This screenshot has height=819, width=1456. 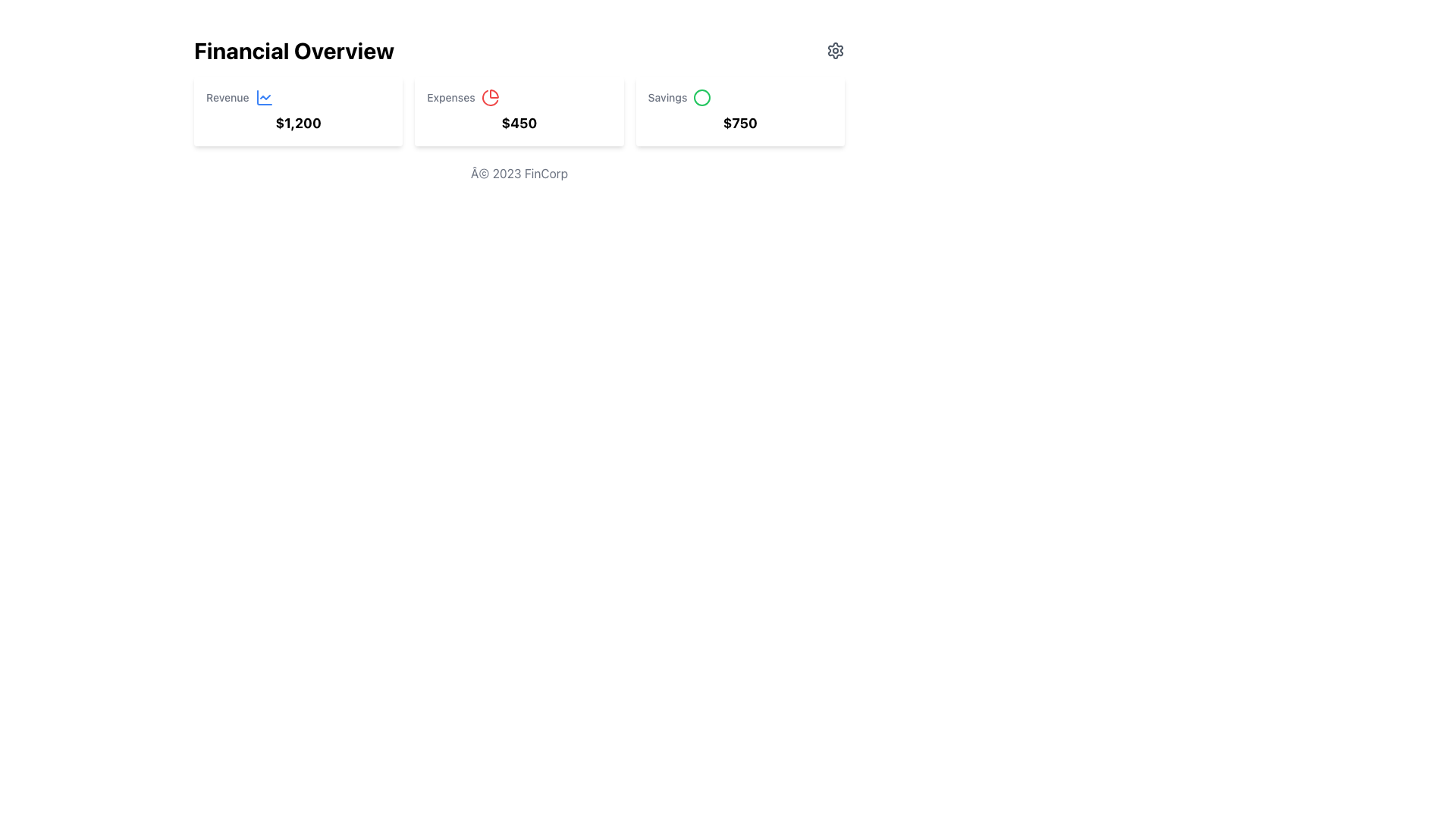 What do you see at coordinates (490, 97) in the screenshot?
I see `the red pie chart icon located next to the 'Expenses' label in the financial overview section` at bounding box center [490, 97].